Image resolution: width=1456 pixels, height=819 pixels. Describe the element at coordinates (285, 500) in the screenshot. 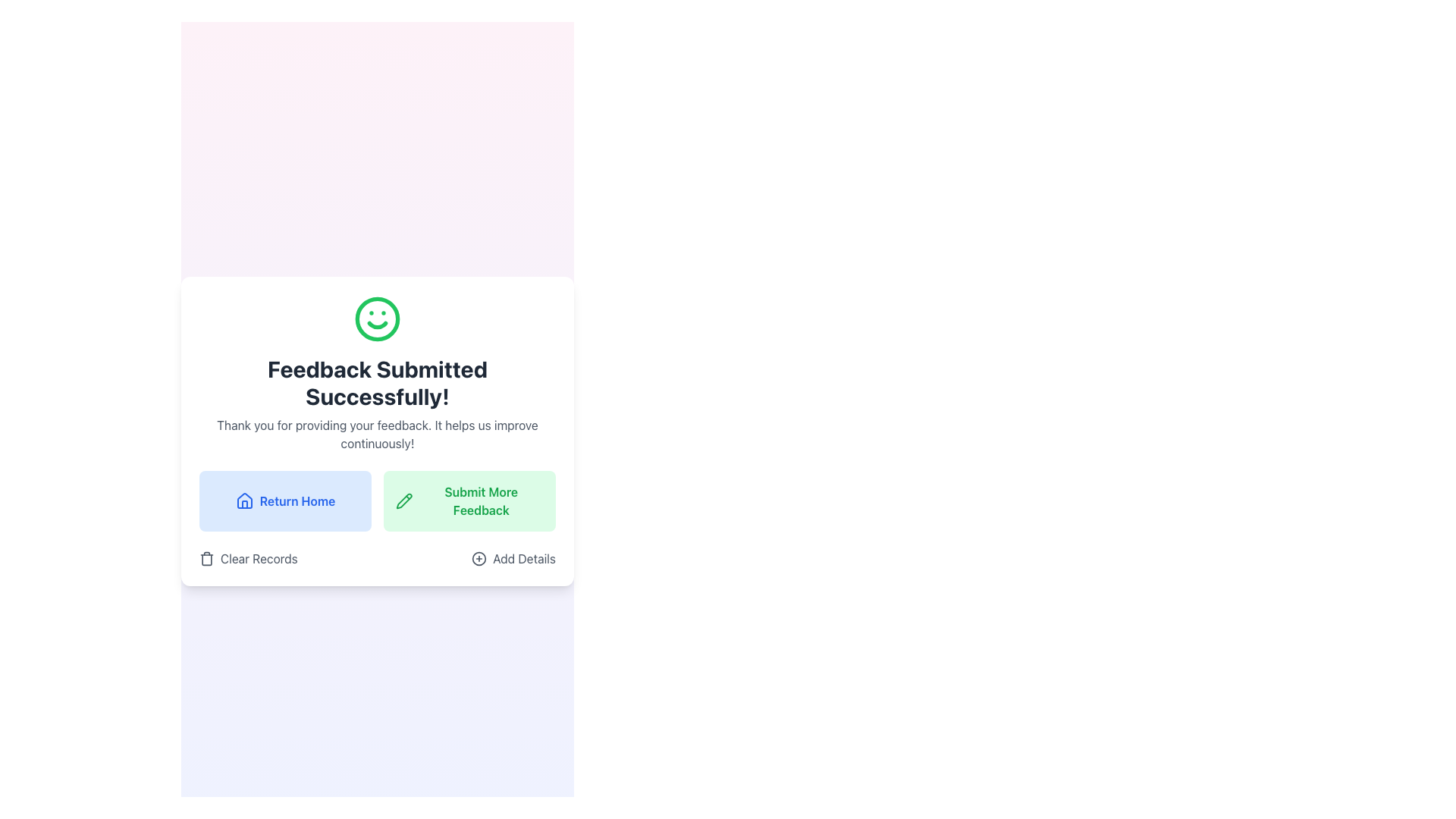

I see `the 'Back to Home' button located in the left column below the 'Feedback Submitted Successfully!' section` at that location.